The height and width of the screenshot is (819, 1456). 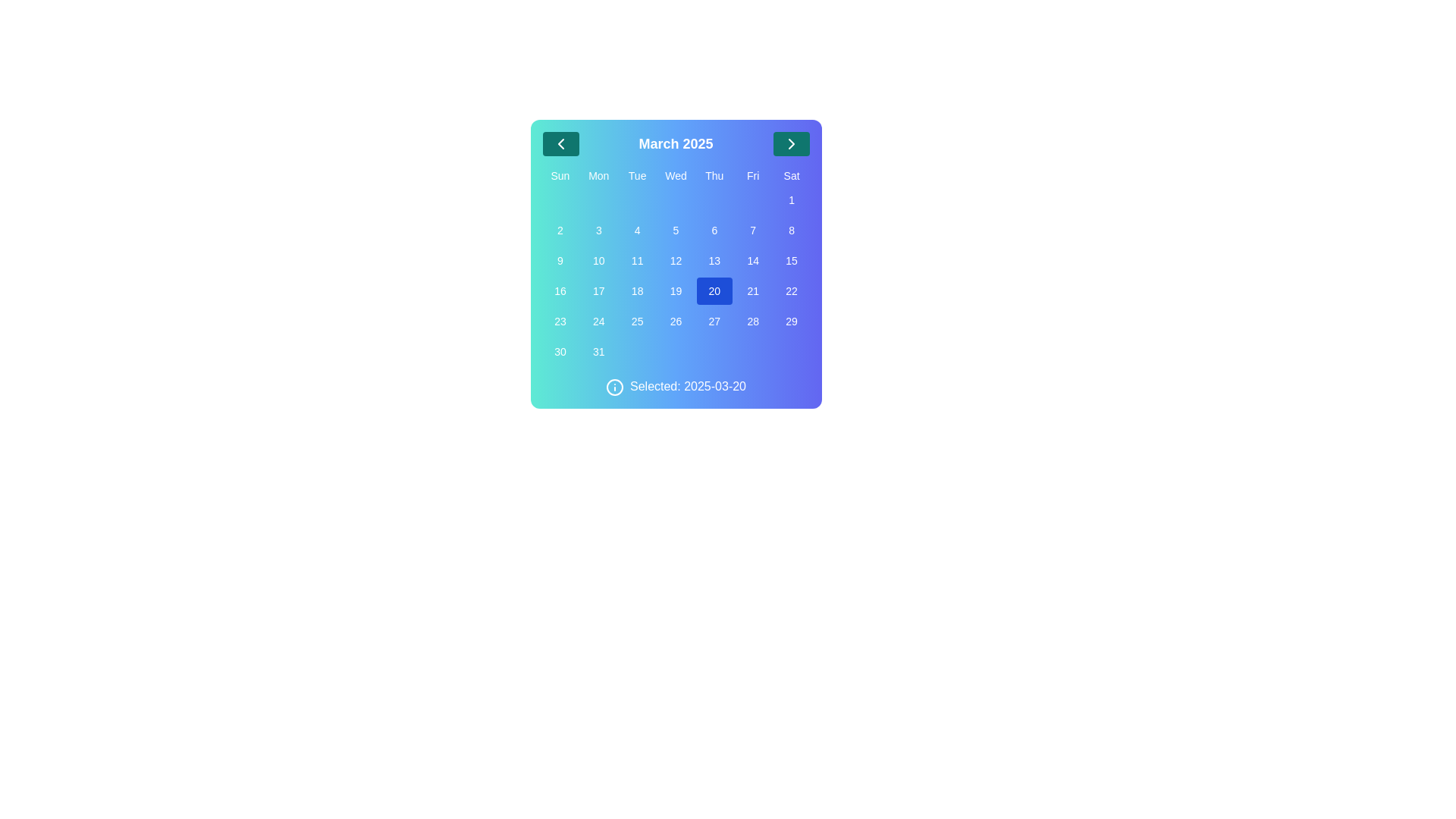 What do you see at coordinates (615, 385) in the screenshot?
I see `the circular information icon with a white border, located next to the label 'Selected: 2025-03-20' in the date selection interface` at bounding box center [615, 385].